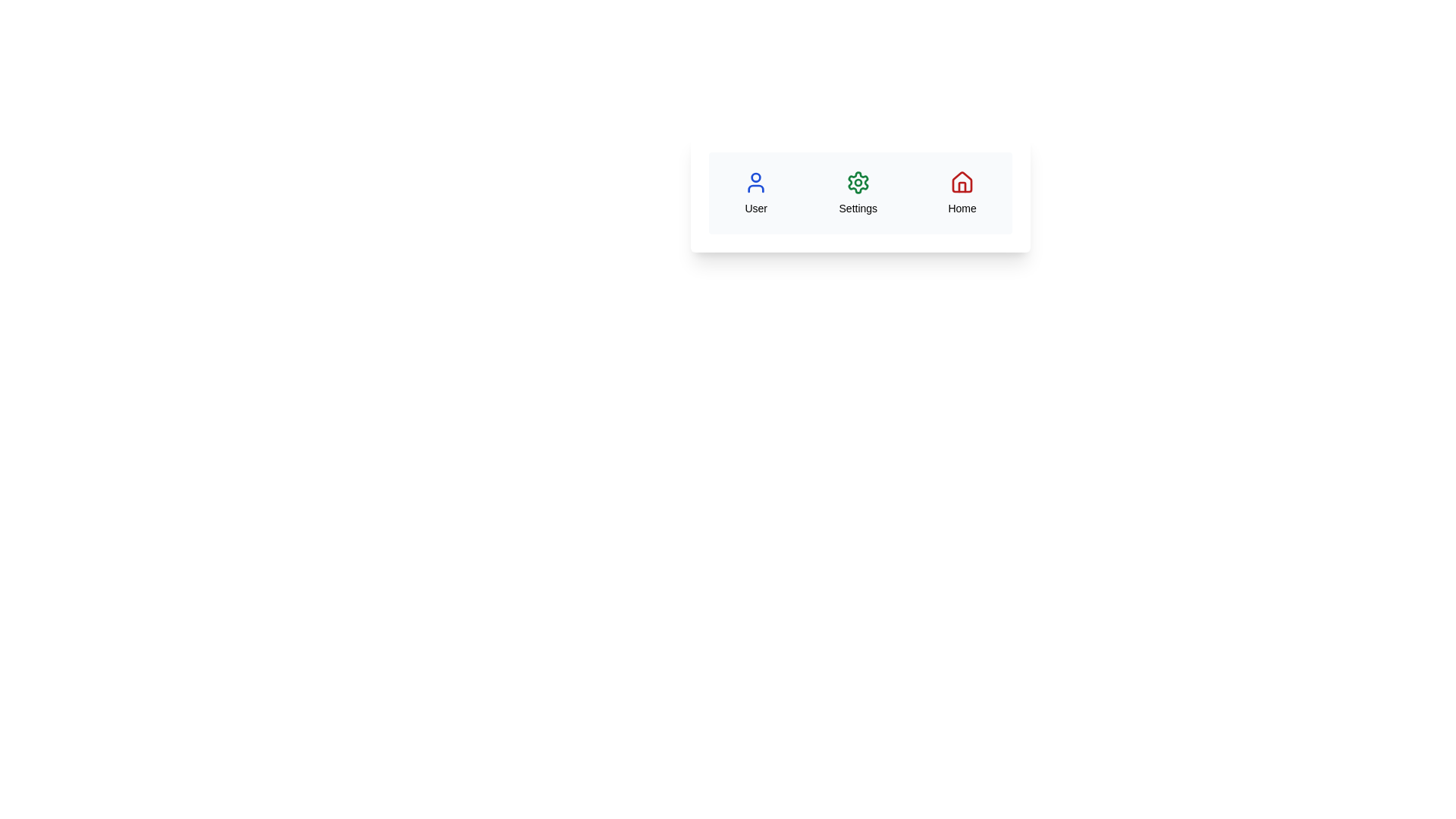 This screenshot has height=819, width=1456. Describe the element at coordinates (756, 181) in the screenshot. I see `the blue user profile SVG icon located in the first card labeled 'User' above the text 'User'` at that location.